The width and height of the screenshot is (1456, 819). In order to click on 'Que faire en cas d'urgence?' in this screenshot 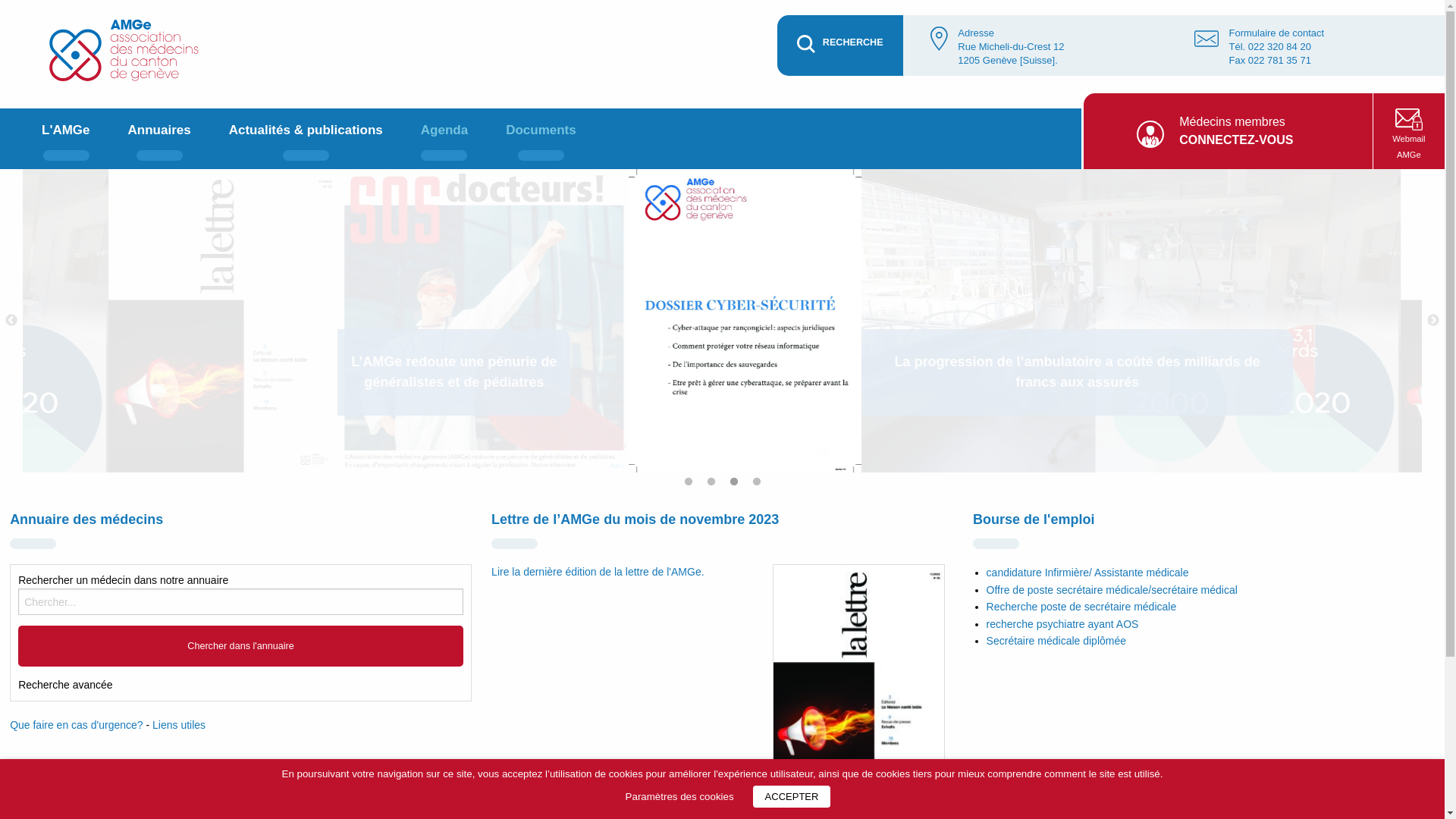, I will do `click(75, 724)`.